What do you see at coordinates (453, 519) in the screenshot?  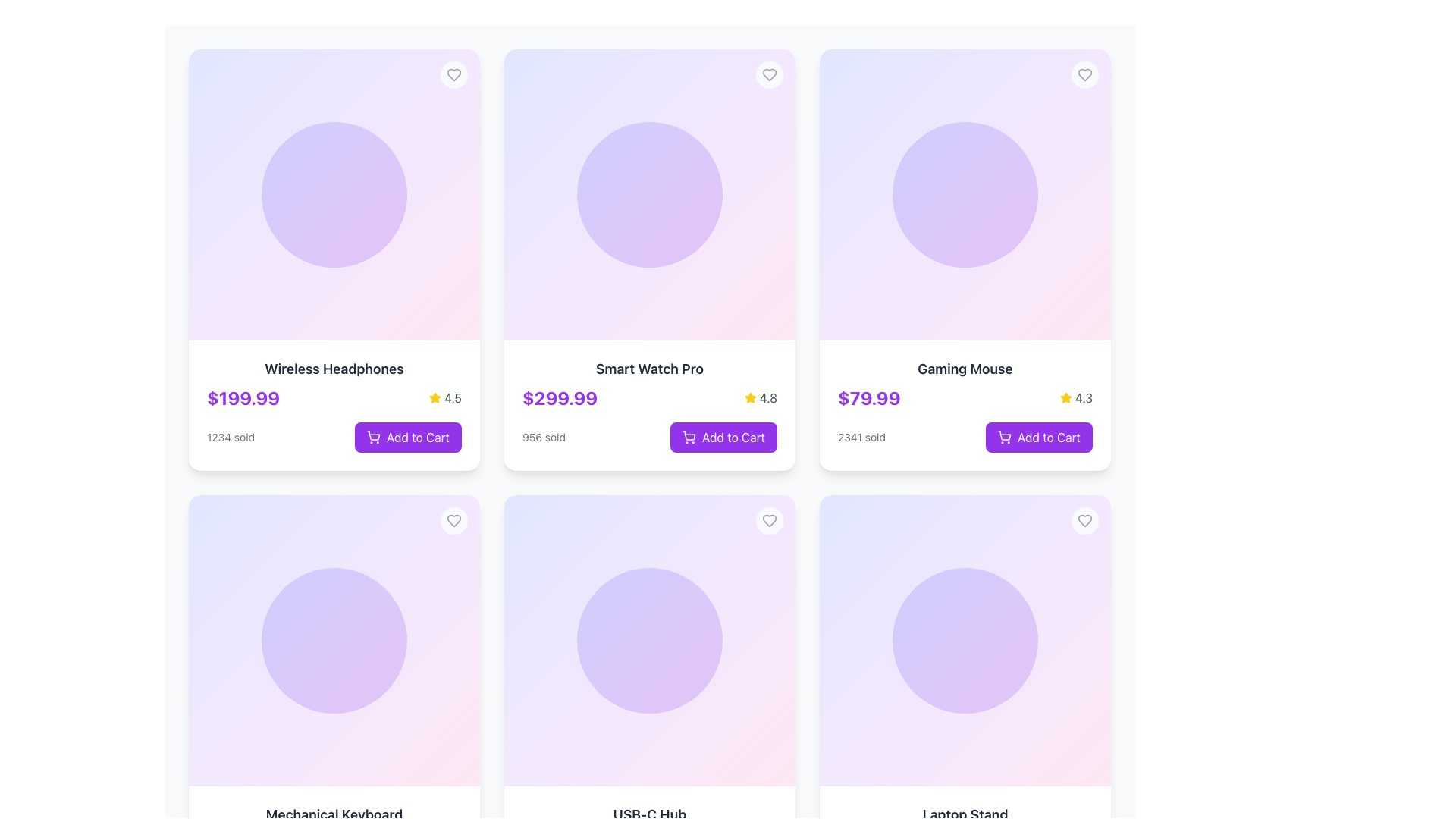 I see `the favorite button located in the top-right corner of the product card in the second row and second column of the grid` at bounding box center [453, 519].